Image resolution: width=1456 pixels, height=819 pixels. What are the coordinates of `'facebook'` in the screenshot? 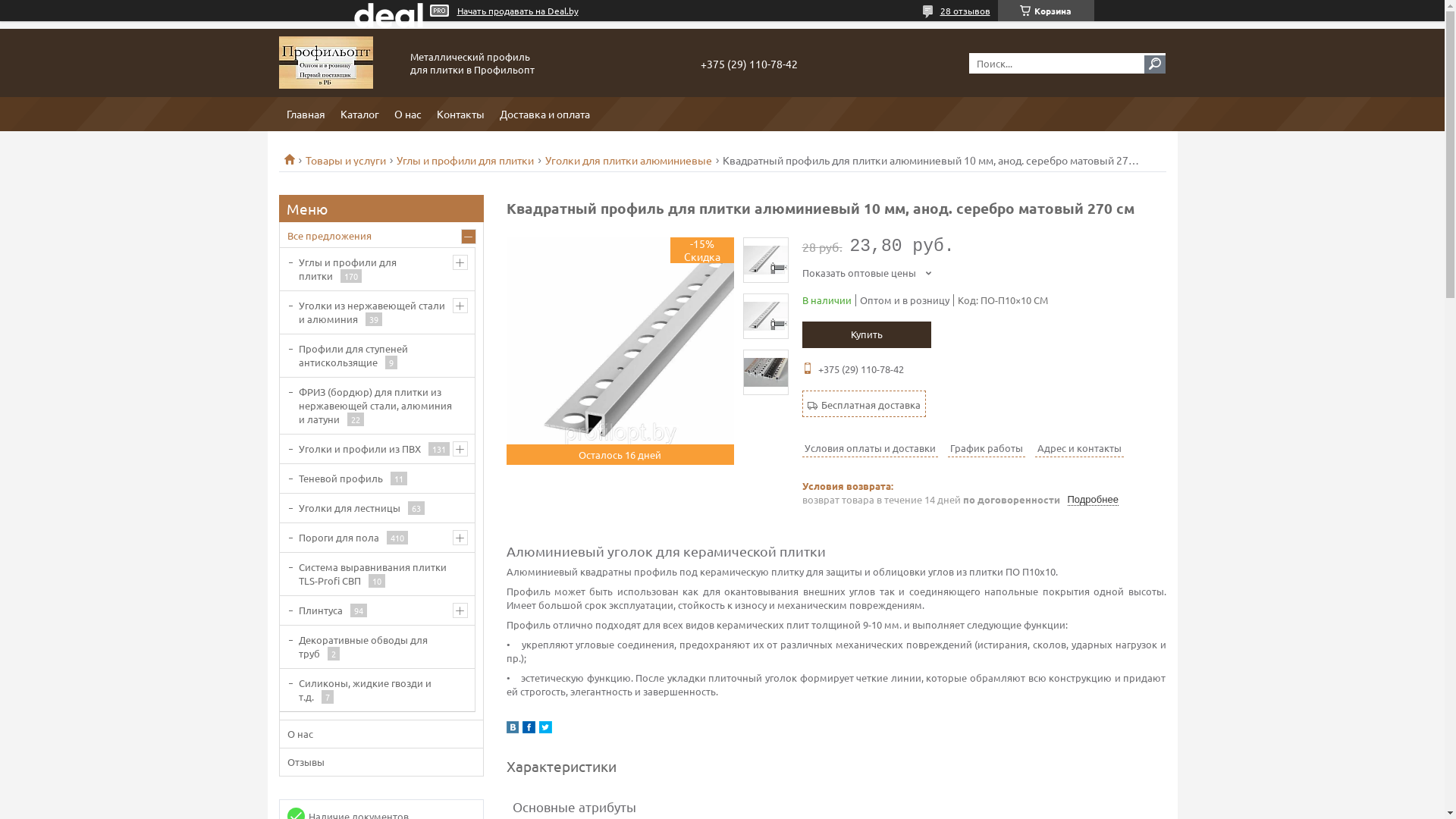 It's located at (528, 728).